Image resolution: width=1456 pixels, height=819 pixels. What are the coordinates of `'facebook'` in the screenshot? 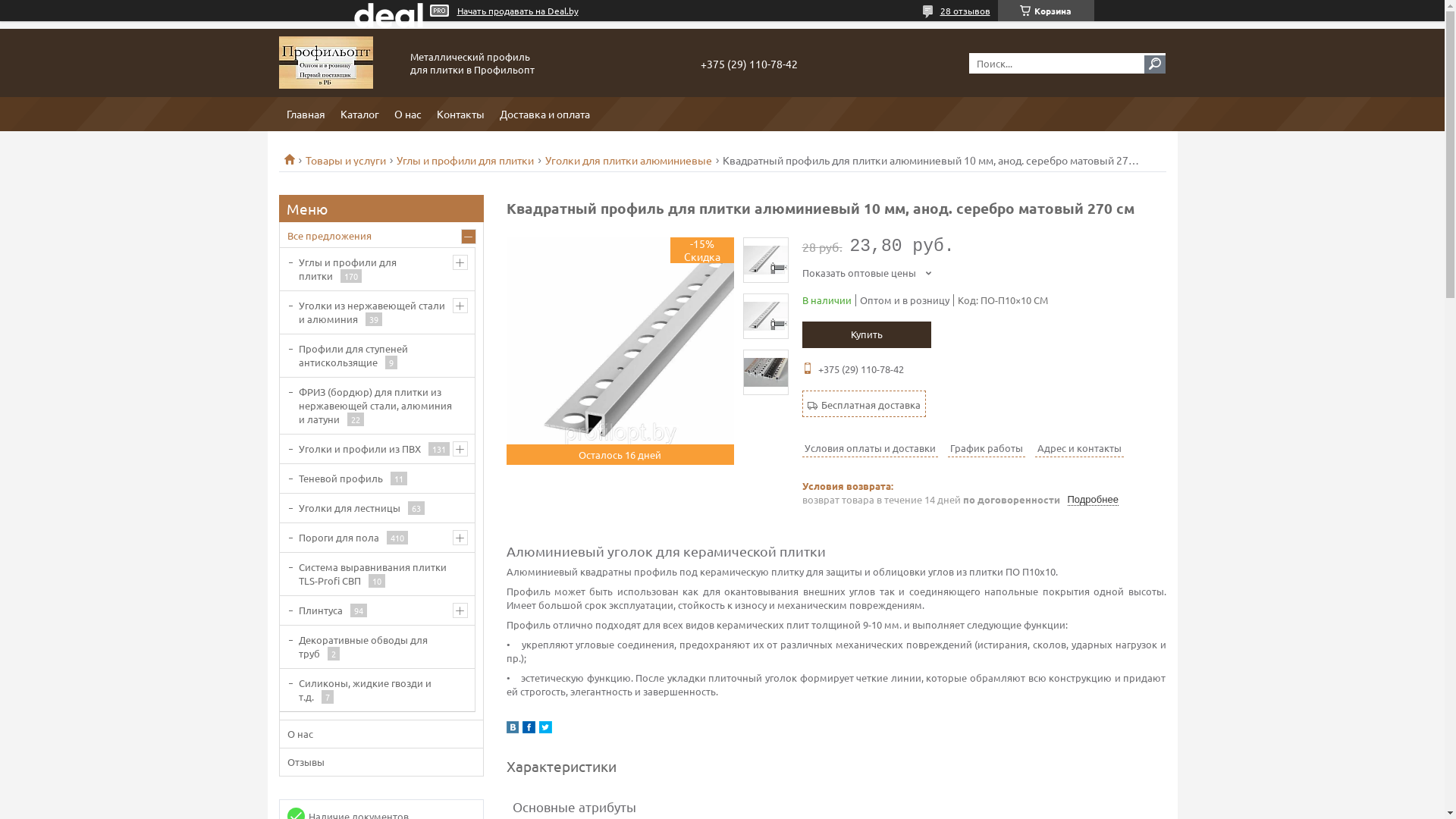 It's located at (528, 728).